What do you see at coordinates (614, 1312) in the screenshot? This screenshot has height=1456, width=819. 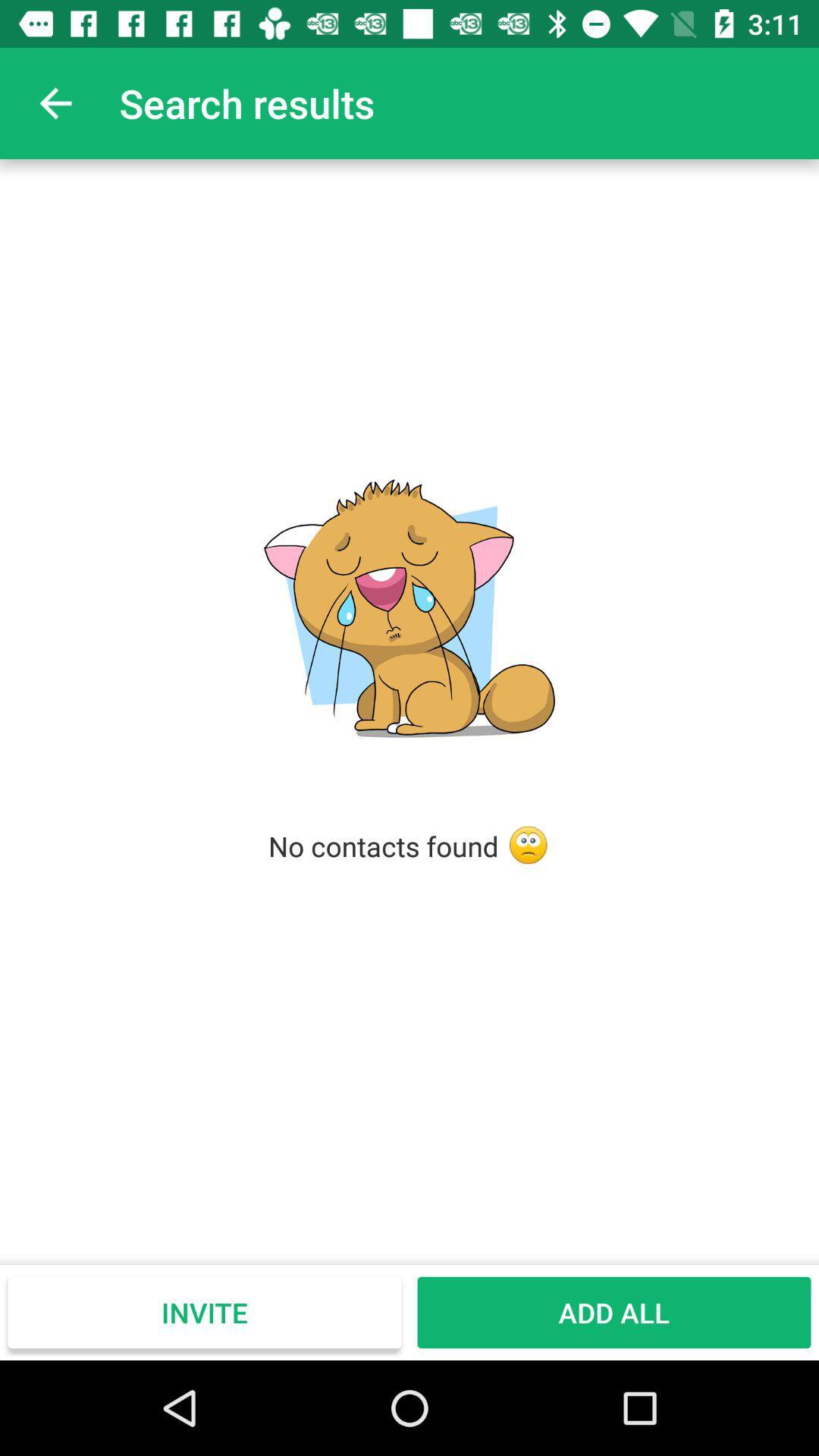 I see `add all icon` at bounding box center [614, 1312].